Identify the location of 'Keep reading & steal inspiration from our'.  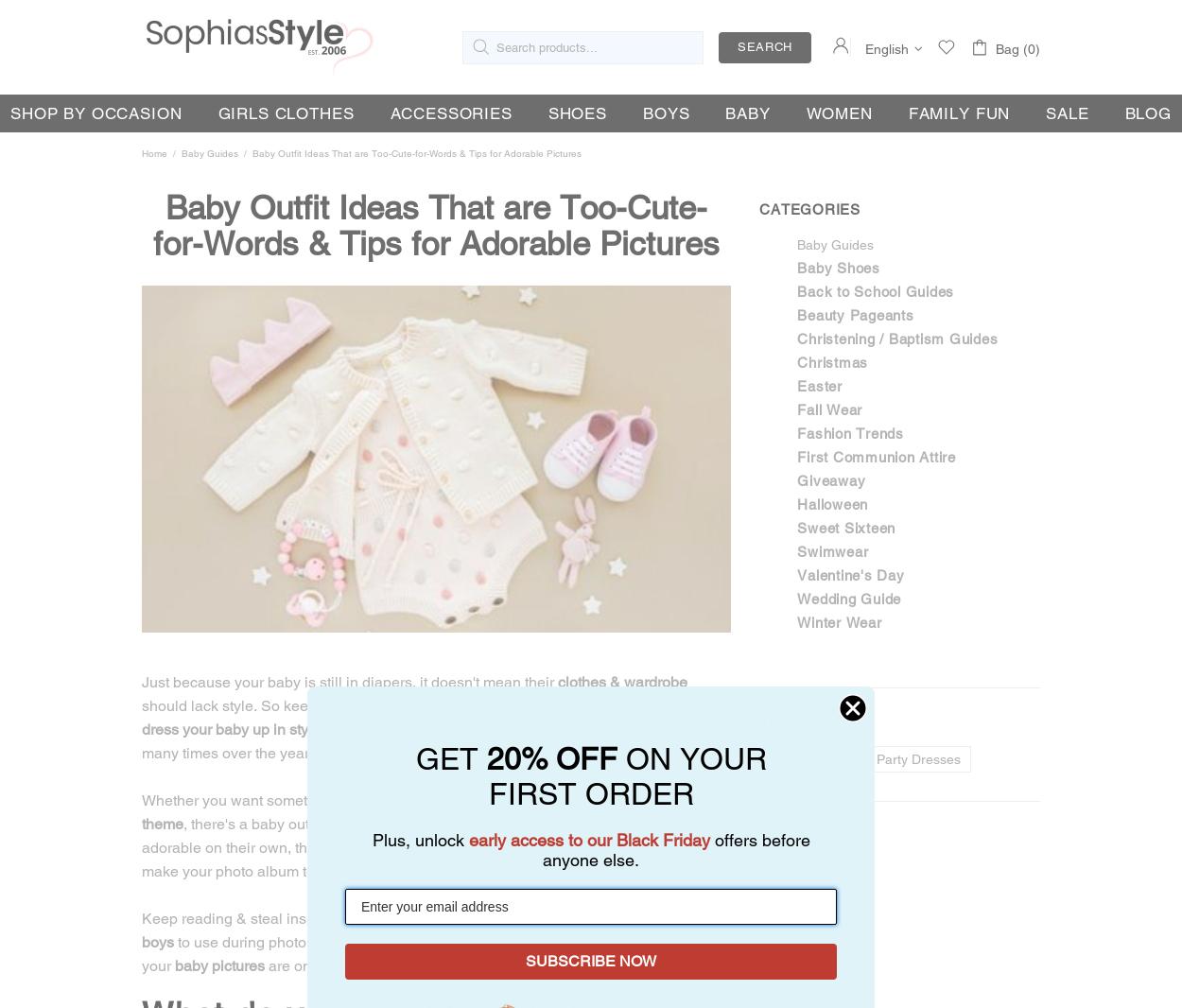
(280, 917).